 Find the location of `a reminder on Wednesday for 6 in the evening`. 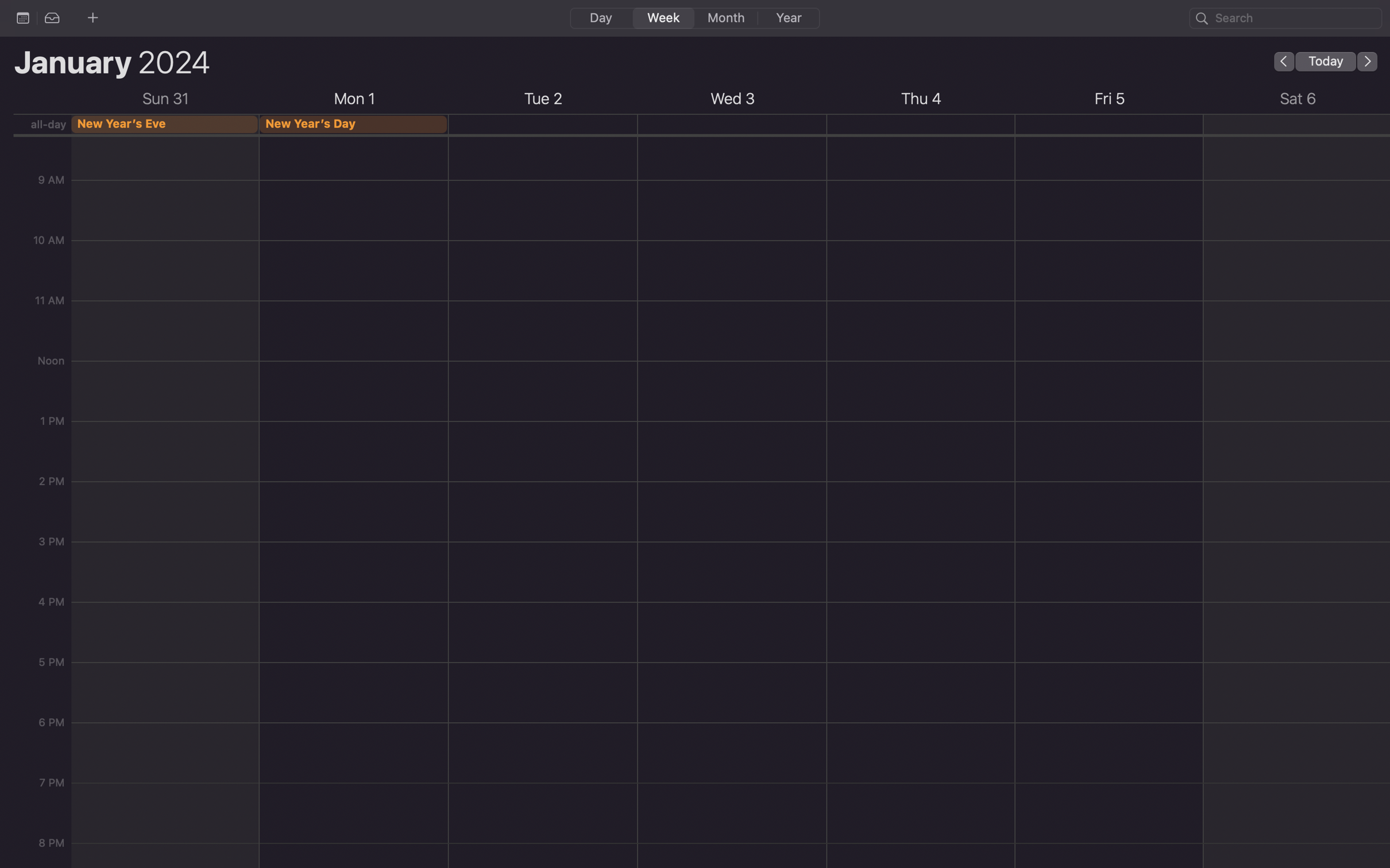

a reminder on Wednesday for 6 in the evening is located at coordinates (734, 741).